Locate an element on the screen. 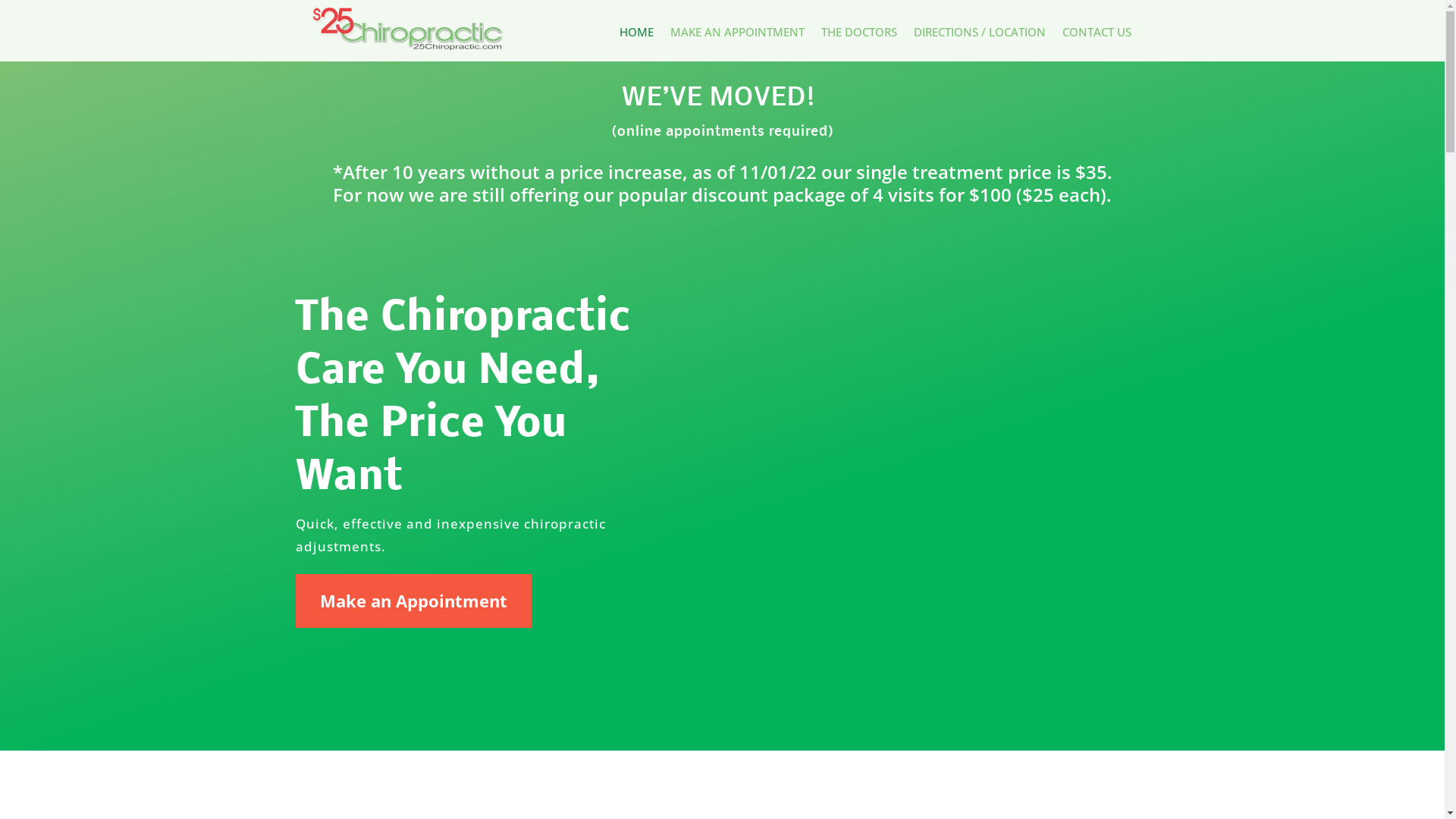 This screenshot has width=1456, height=819. 'THE DOCTORS' is located at coordinates (858, 34).